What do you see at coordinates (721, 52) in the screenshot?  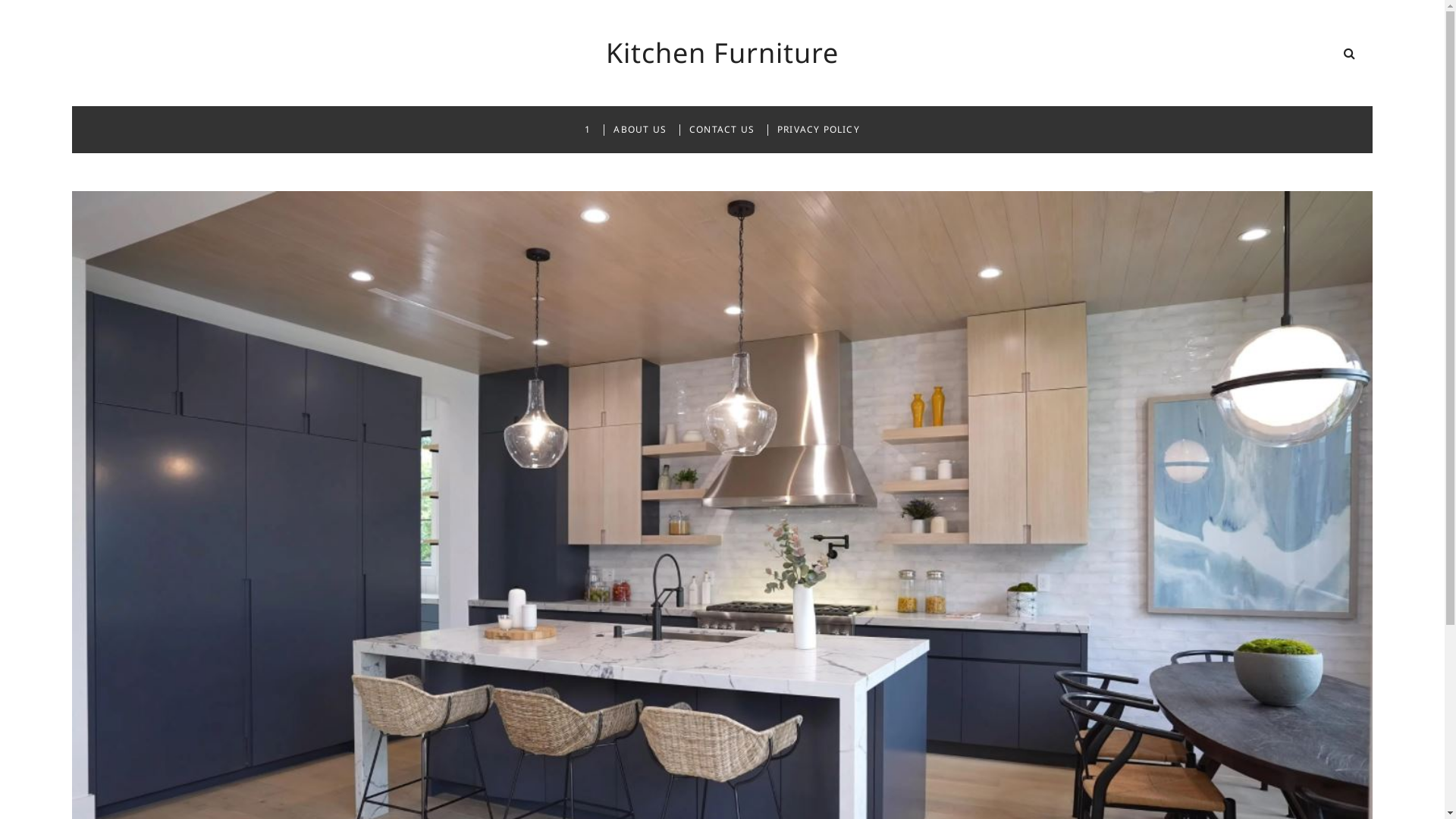 I see `'Kitchen Furniture'` at bounding box center [721, 52].